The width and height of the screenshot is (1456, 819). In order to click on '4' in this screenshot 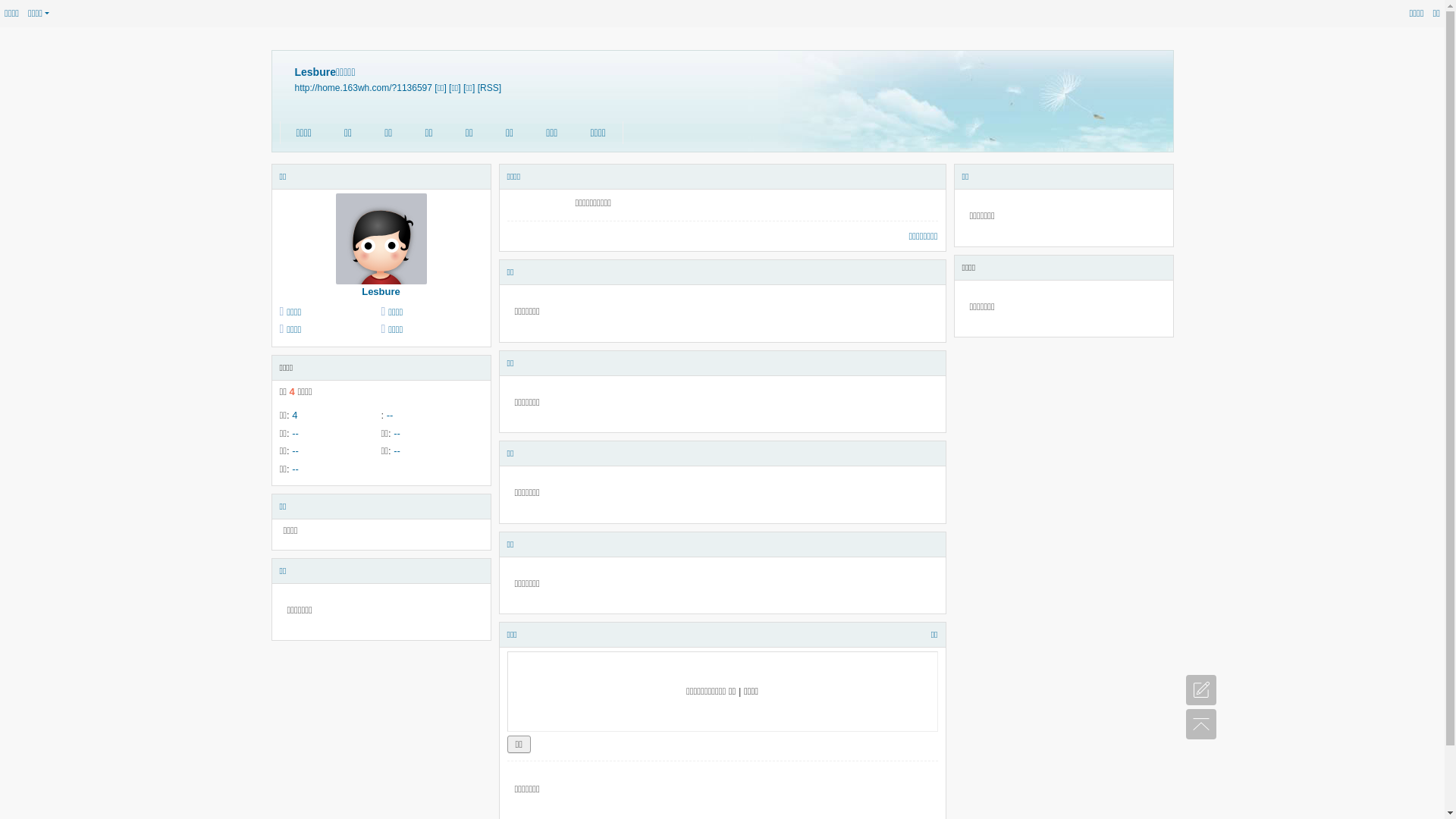, I will do `click(291, 415)`.